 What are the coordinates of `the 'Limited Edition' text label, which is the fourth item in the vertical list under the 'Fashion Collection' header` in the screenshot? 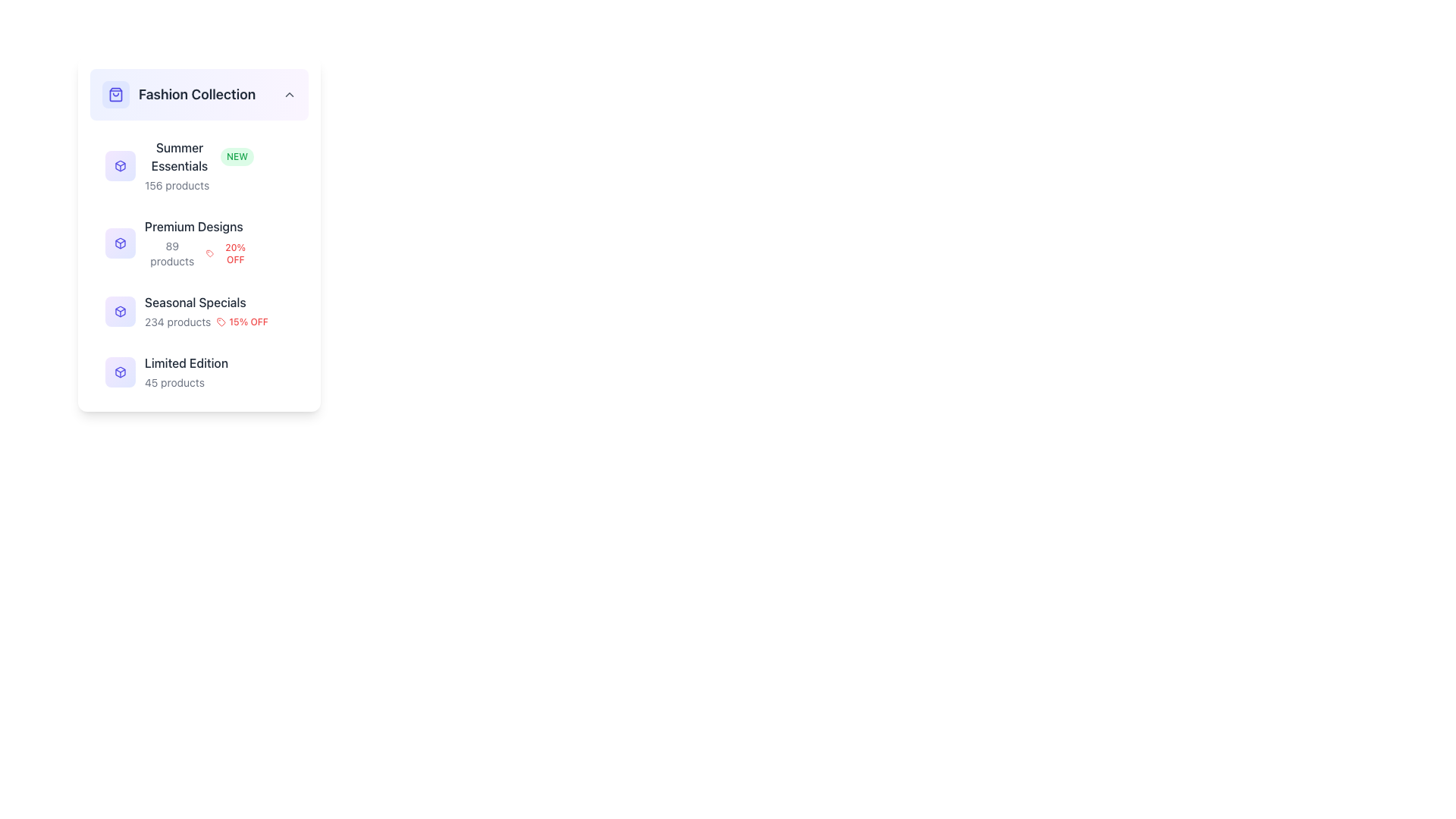 It's located at (185, 362).